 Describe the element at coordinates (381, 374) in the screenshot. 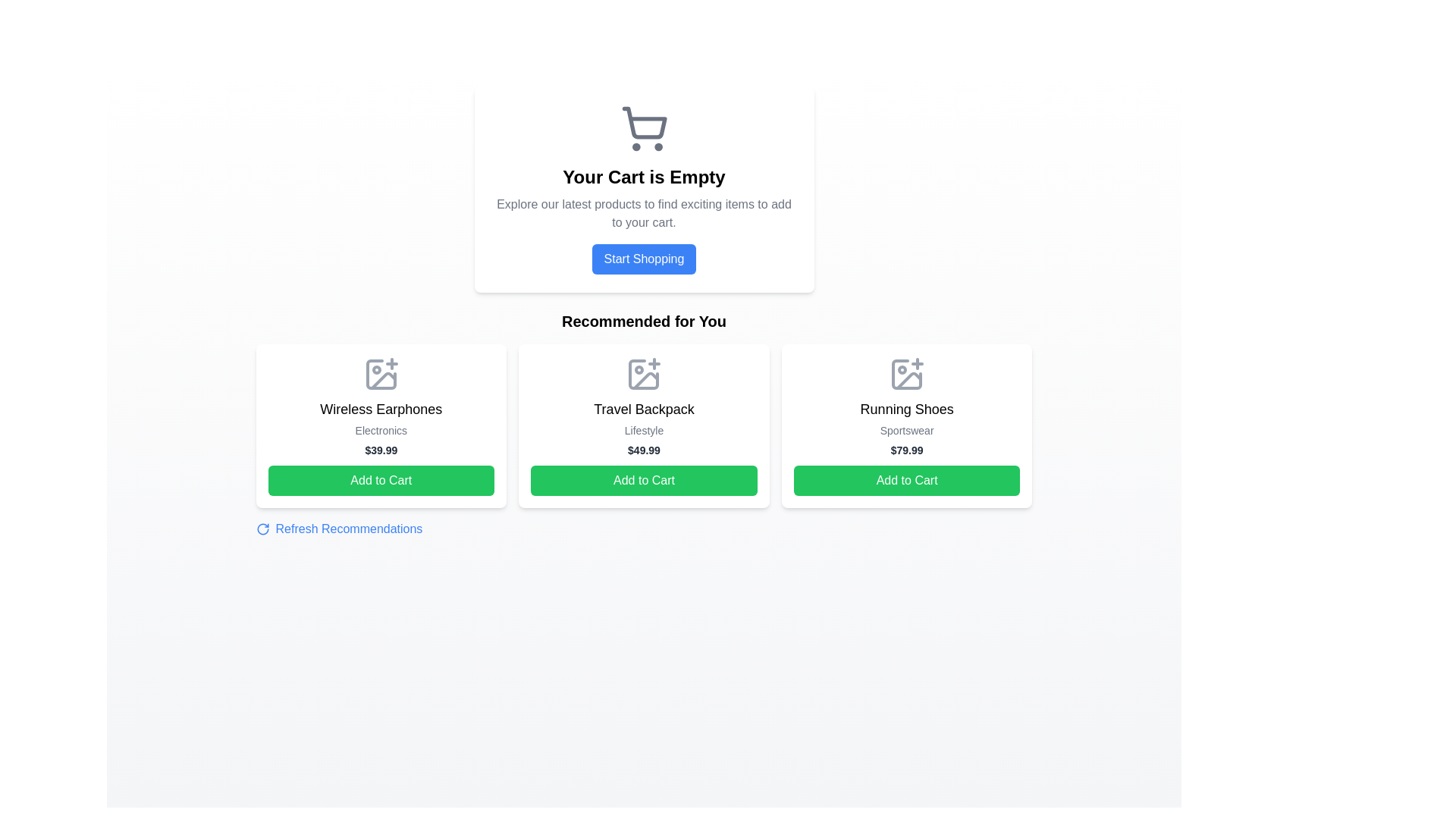

I see `the vector graphic icon representing an image, which is a rectangular frame with rounded corners and a plus sign outline at the top right, located on the 'Wireless Earphones' card under the 'Recommended for You' section` at that location.